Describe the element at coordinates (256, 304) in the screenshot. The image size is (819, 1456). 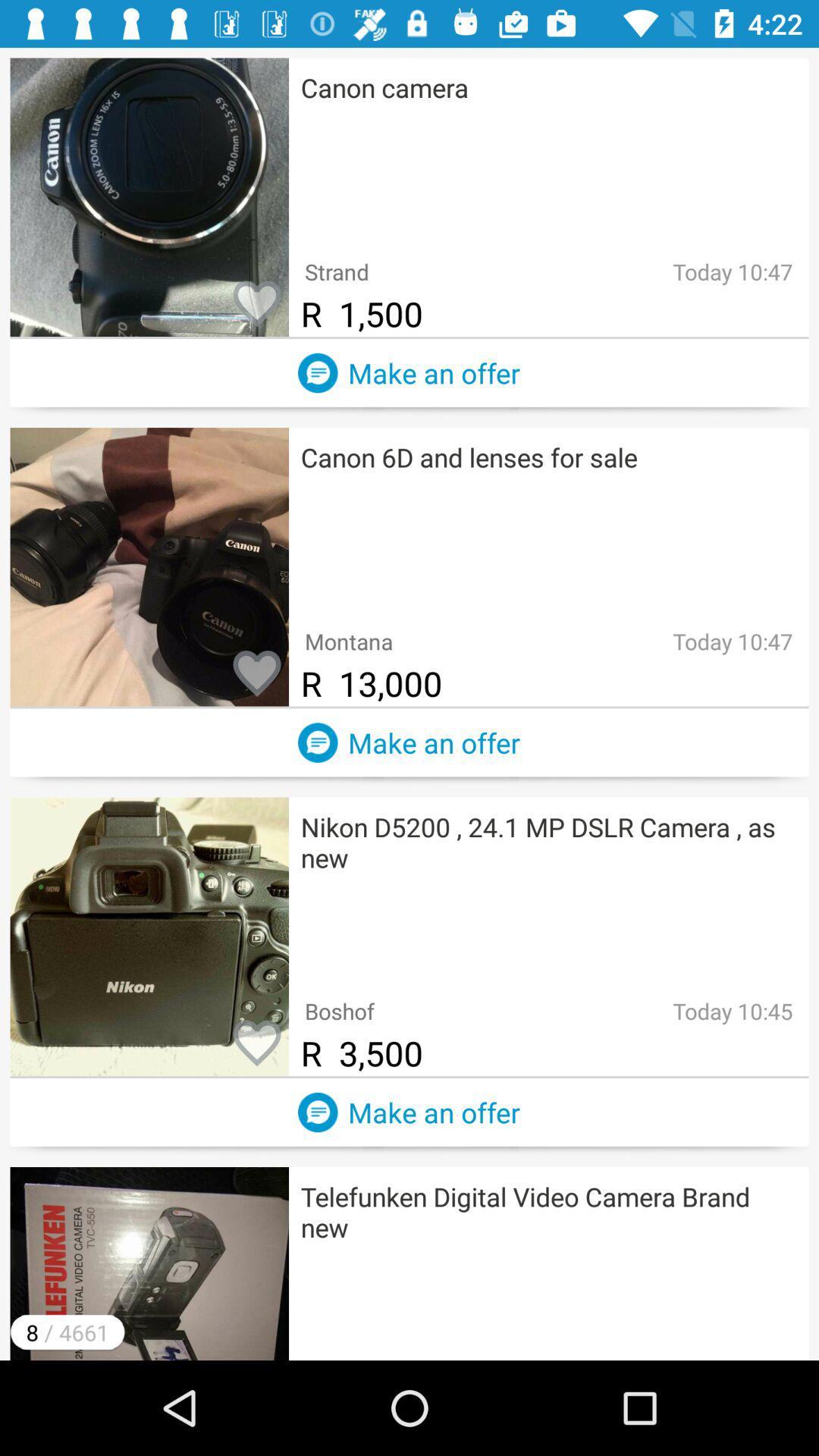
I see `like` at that location.